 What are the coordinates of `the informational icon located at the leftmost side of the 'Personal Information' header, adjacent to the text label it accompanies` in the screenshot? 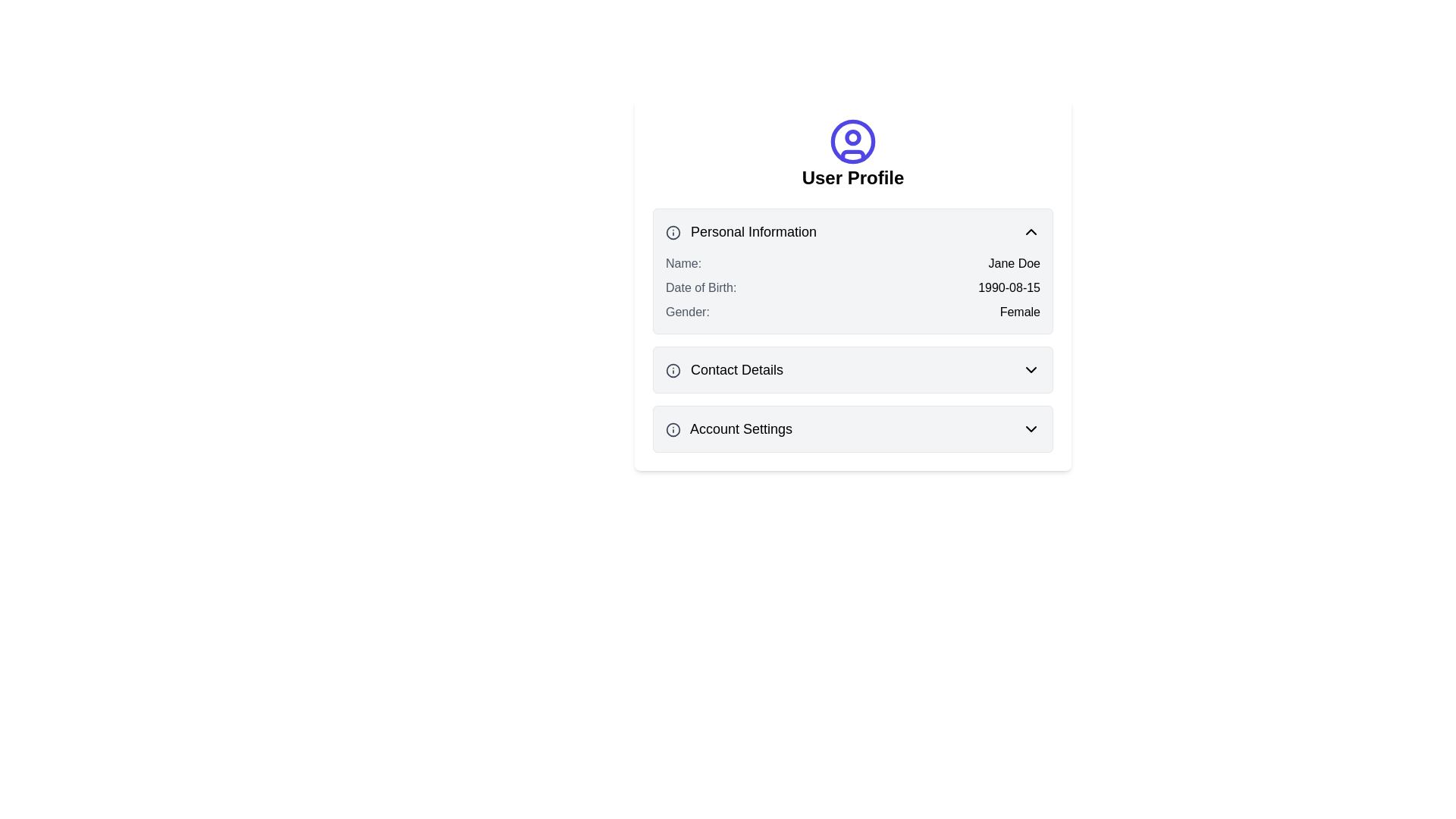 It's located at (673, 233).